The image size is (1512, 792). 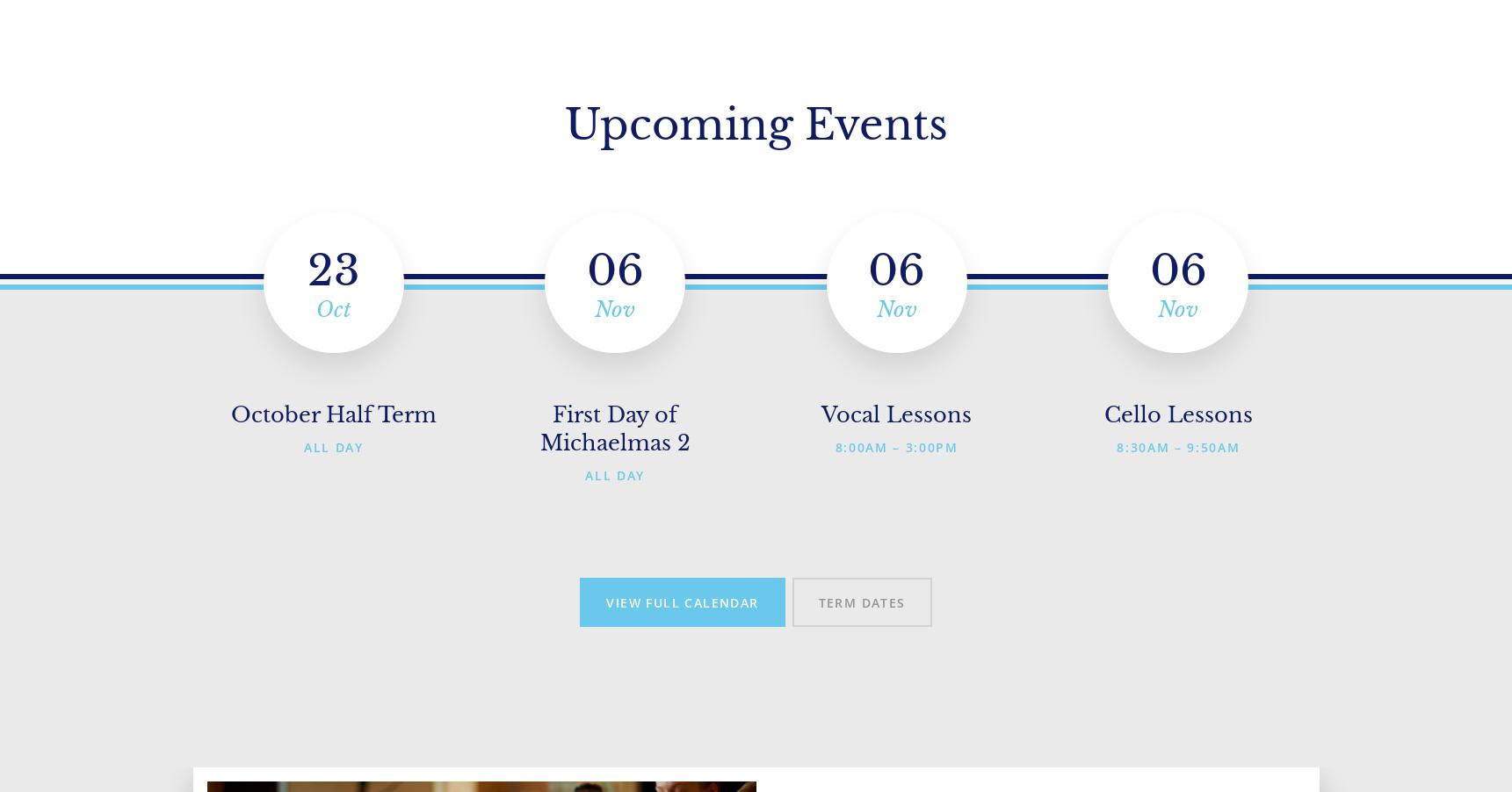 I want to click on 'View Full Calendar', so click(x=682, y=601).